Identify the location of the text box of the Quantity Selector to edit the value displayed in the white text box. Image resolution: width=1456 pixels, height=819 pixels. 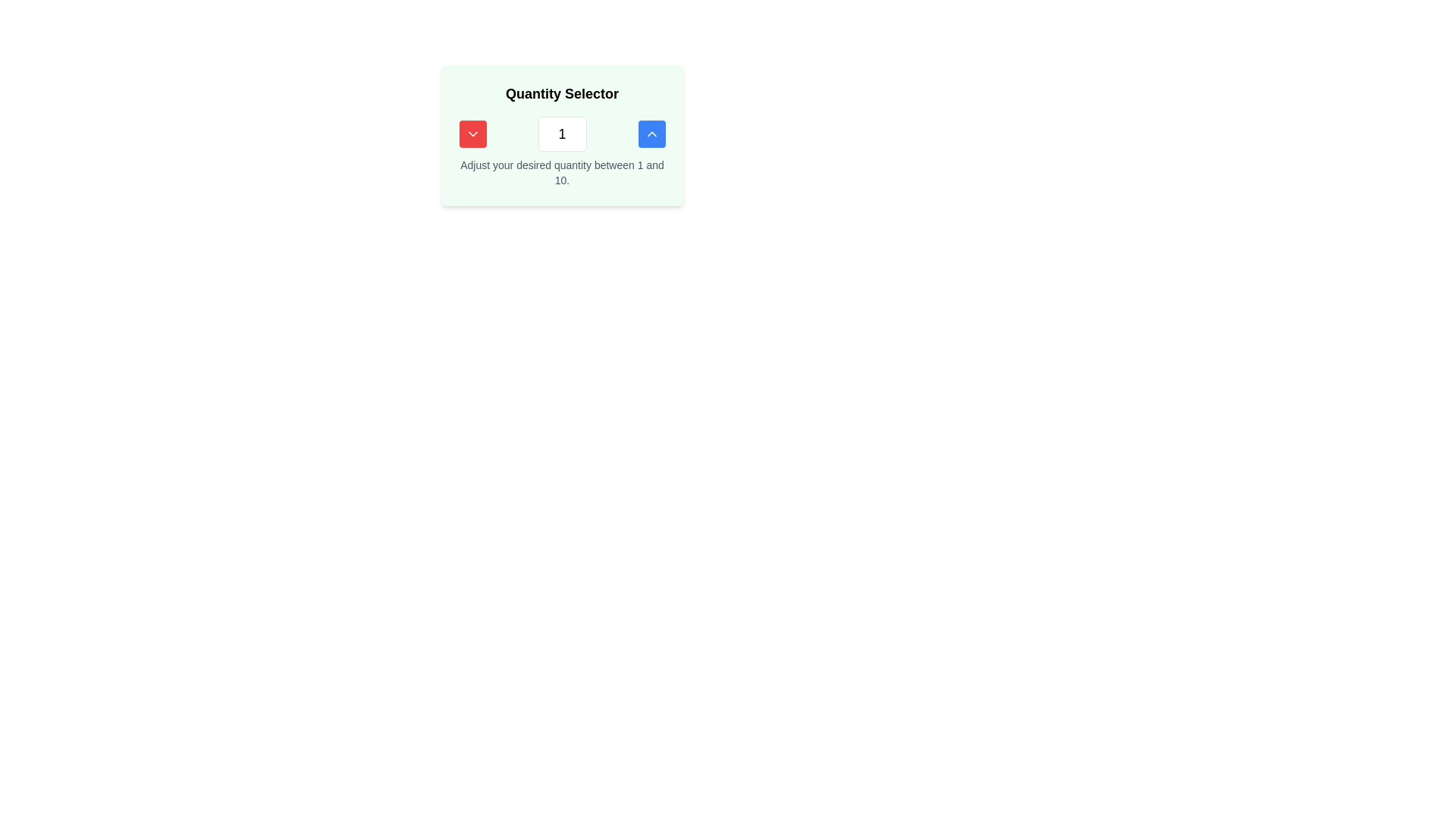
(561, 133).